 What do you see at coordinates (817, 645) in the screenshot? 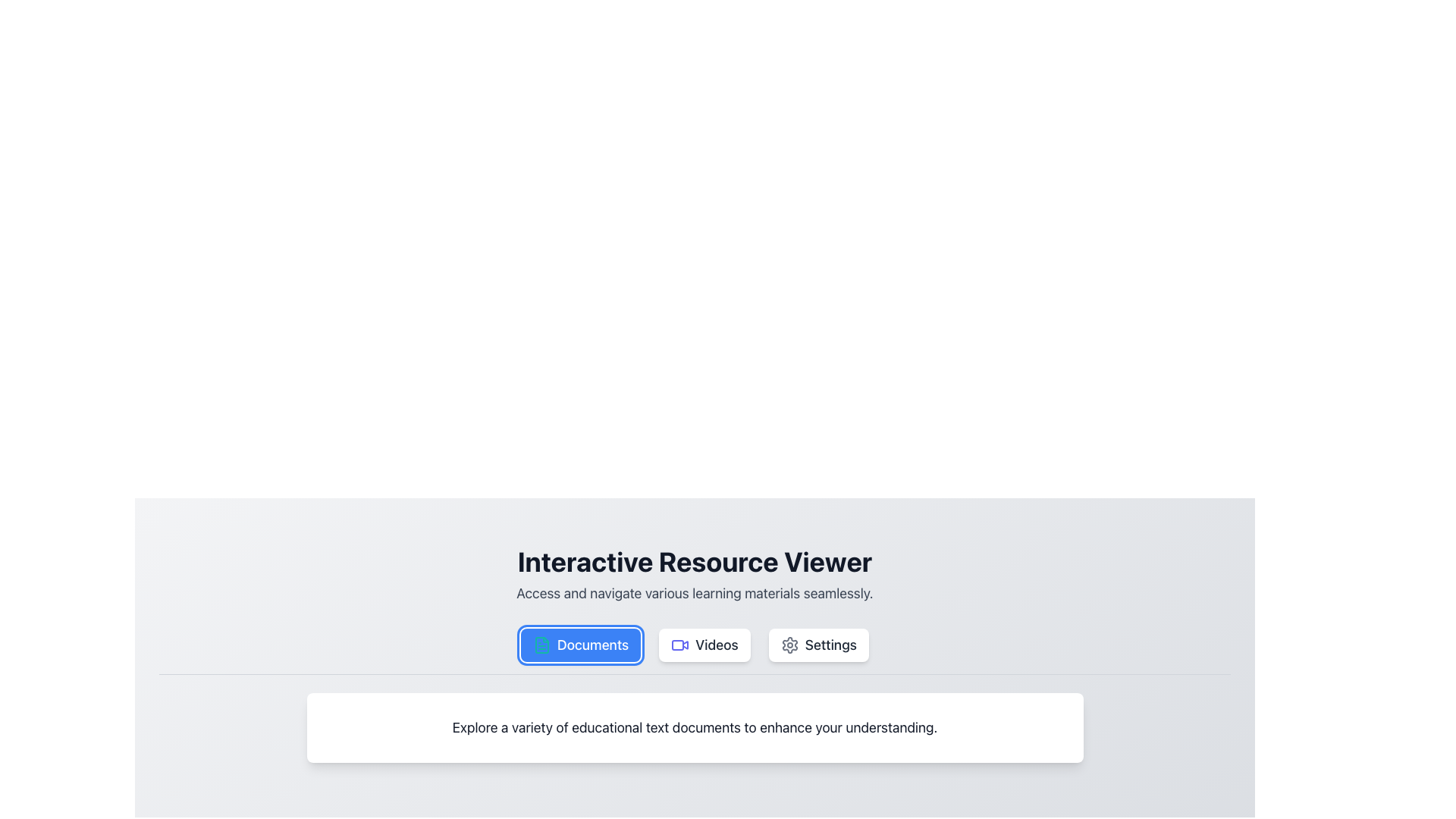
I see `the 'Settings' button, which is the third button from the left in a group of similar buttons` at bounding box center [817, 645].